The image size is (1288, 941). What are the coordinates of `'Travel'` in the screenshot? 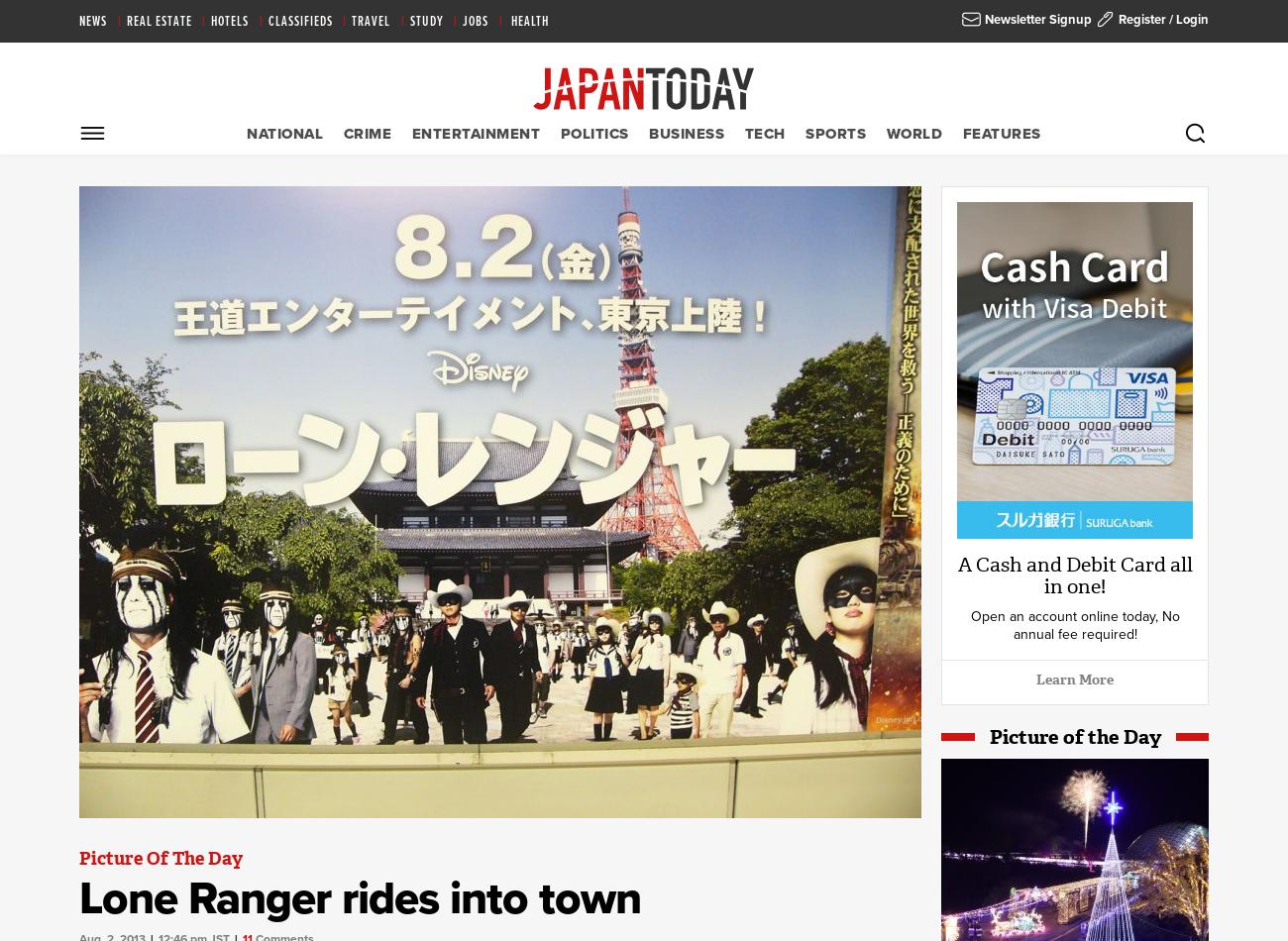 It's located at (351, 22).